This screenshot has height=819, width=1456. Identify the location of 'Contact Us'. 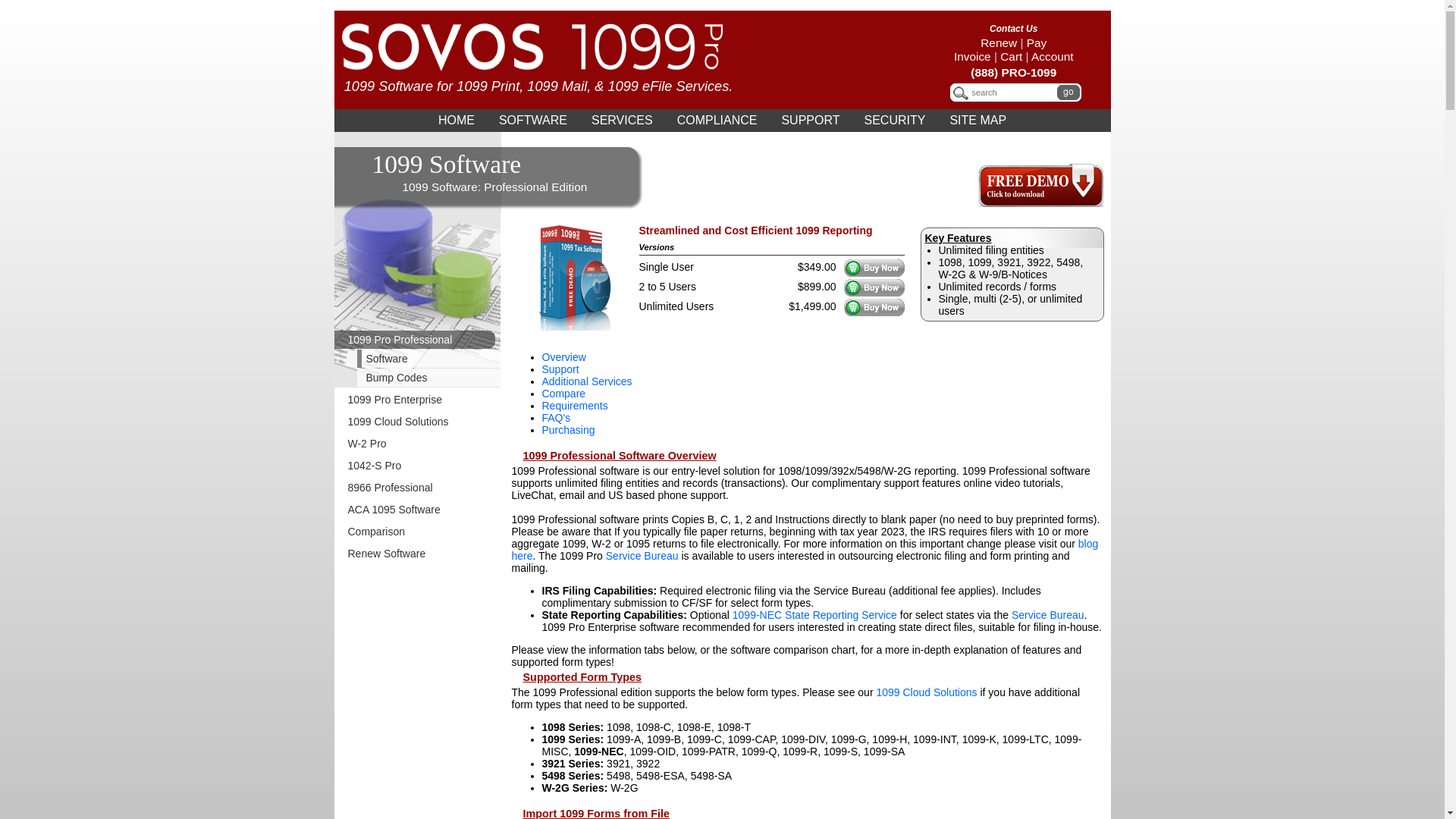
(980, 29).